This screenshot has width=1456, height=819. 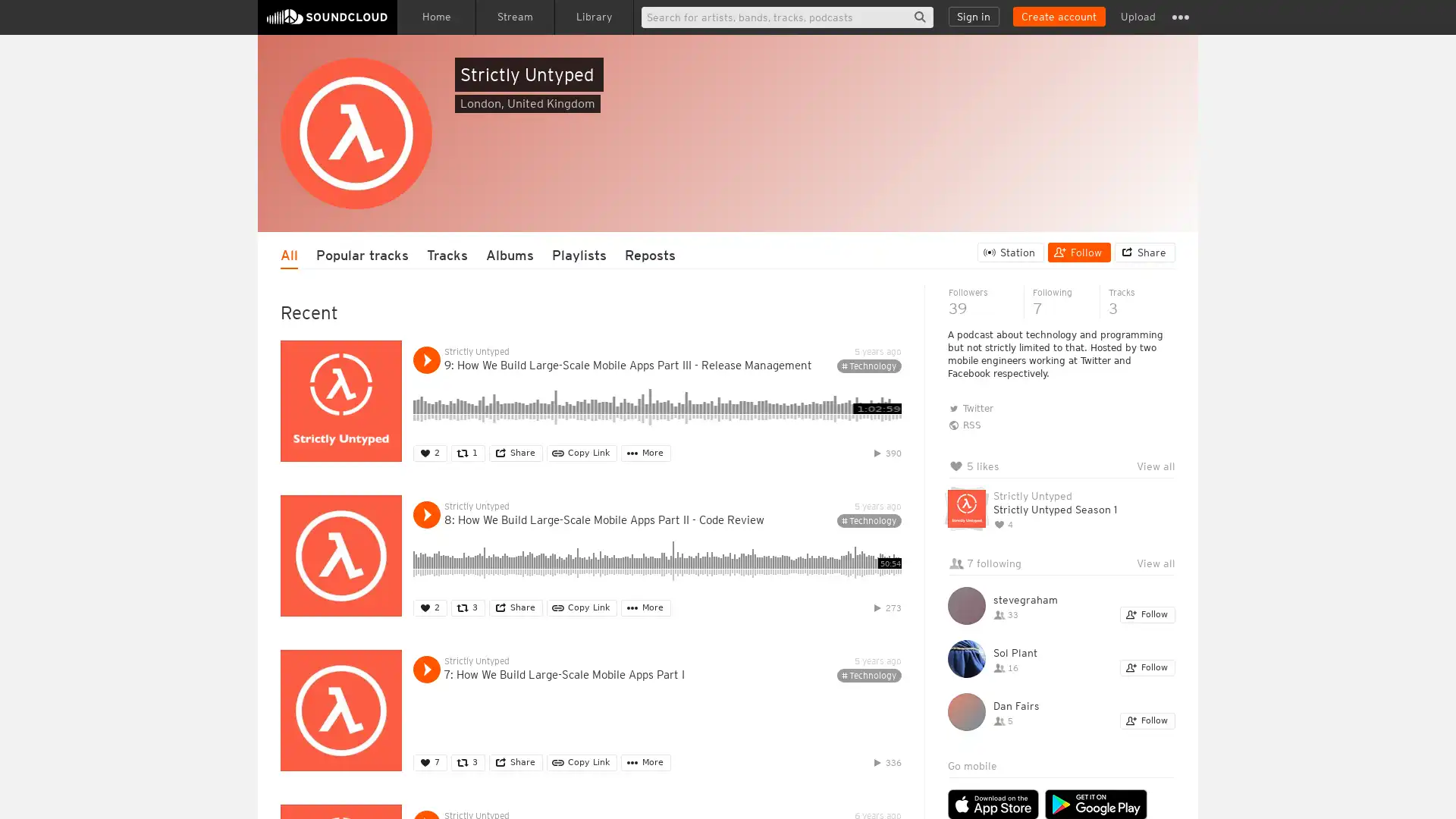 What do you see at coordinates (429, 607) in the screenshot?
I see `Like` at bounding box center [429, 607].